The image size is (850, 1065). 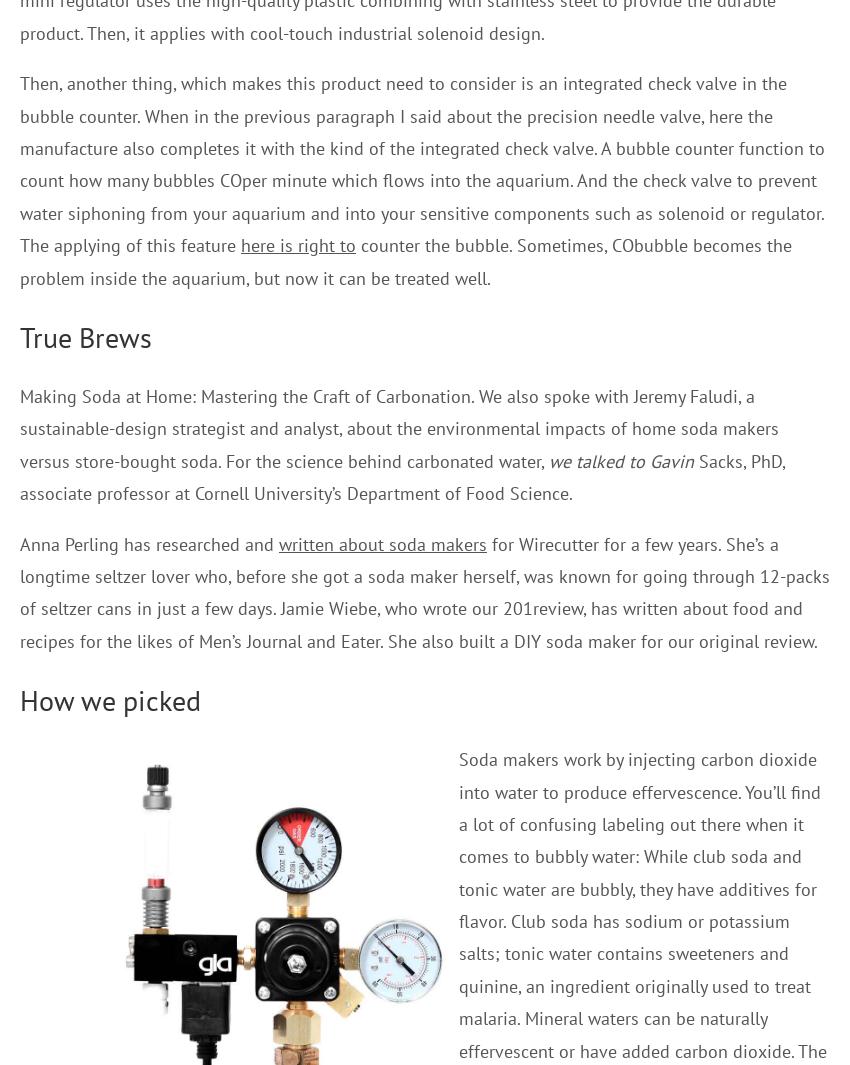 I want to click on 'Anna Perling has researched and', so click(x=149, y=543).